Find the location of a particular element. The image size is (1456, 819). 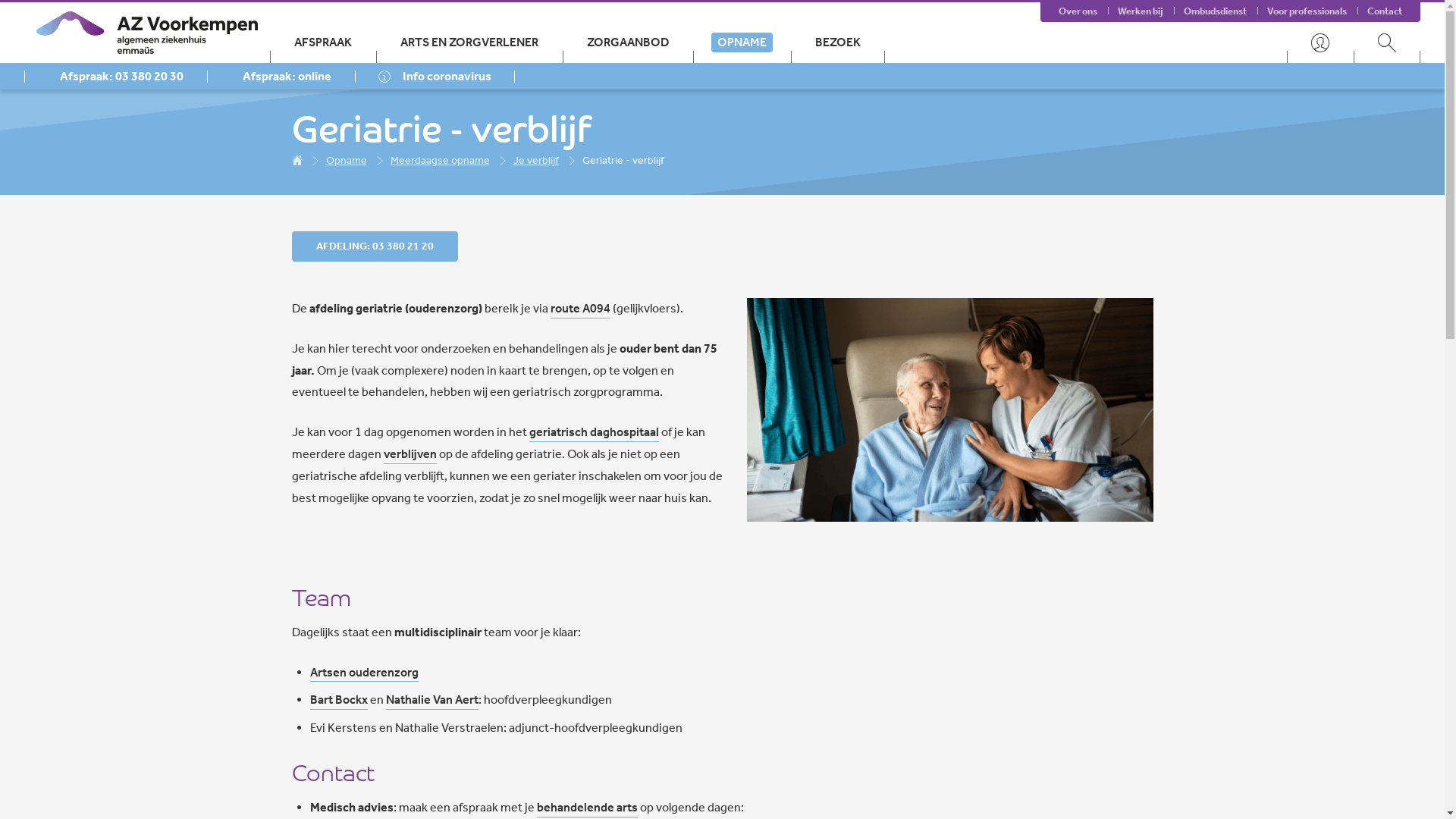

'AFSPRAAK' is located at coordinates (322, 42).